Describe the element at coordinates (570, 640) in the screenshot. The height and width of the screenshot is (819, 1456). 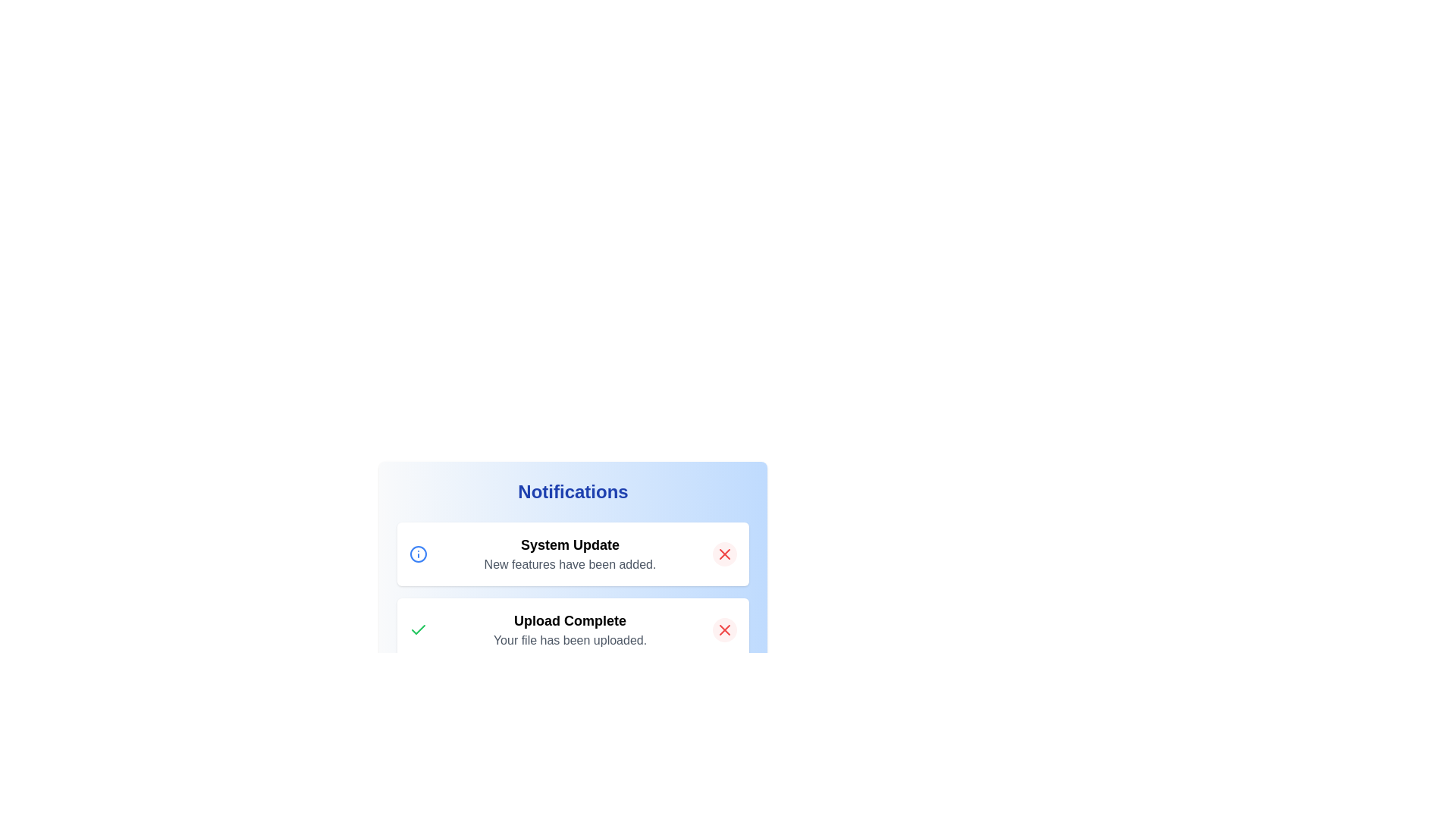
I see `static text confirming that the file upload has been completed successfully, located below the title 'Upload Complete' in the notification box` at that location.